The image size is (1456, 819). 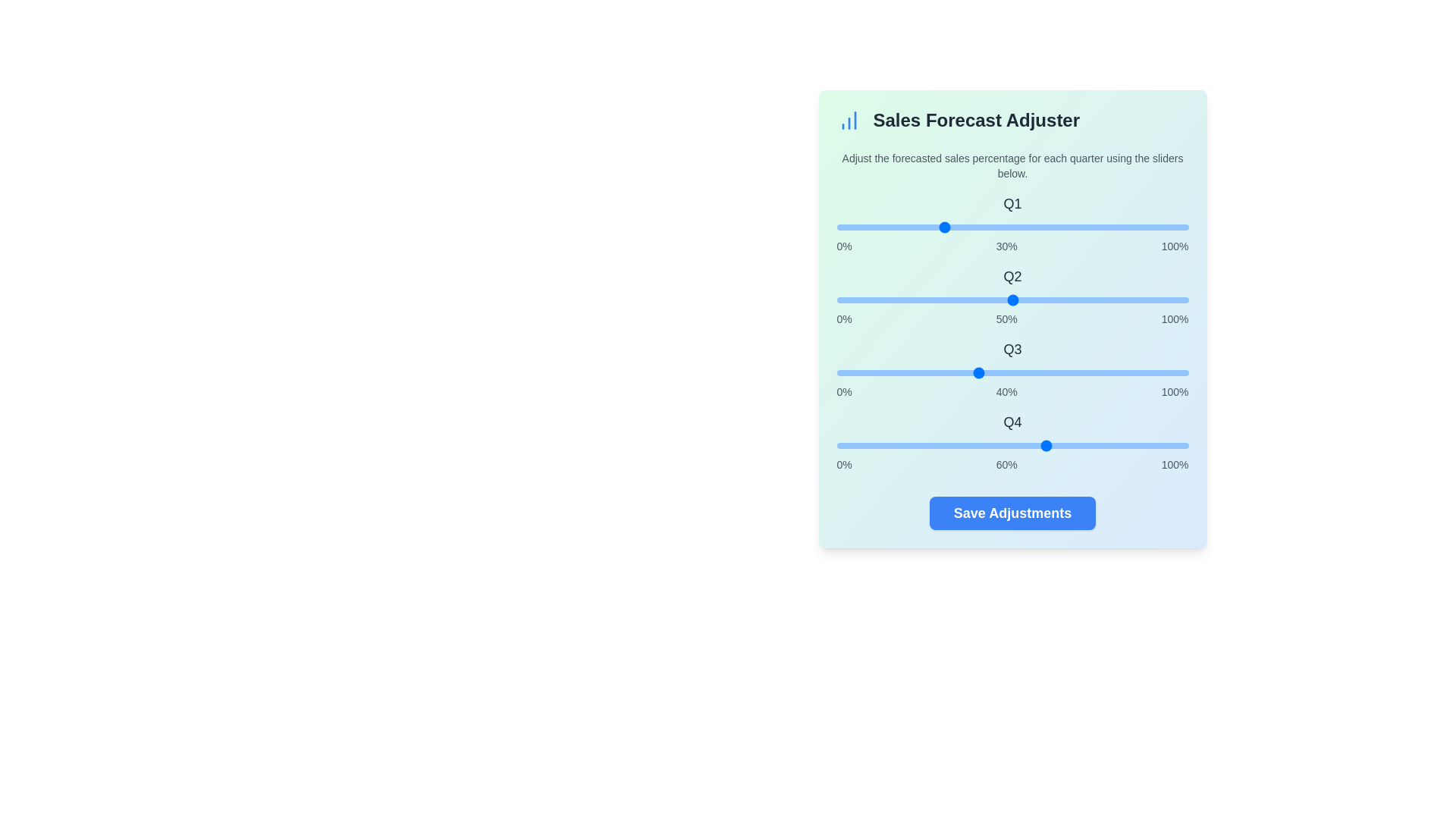 What do you see at coordinates (1163, 444) in the screenshot?
I see `the Q4 slider to 93%` at bounding box center [1163, 444].